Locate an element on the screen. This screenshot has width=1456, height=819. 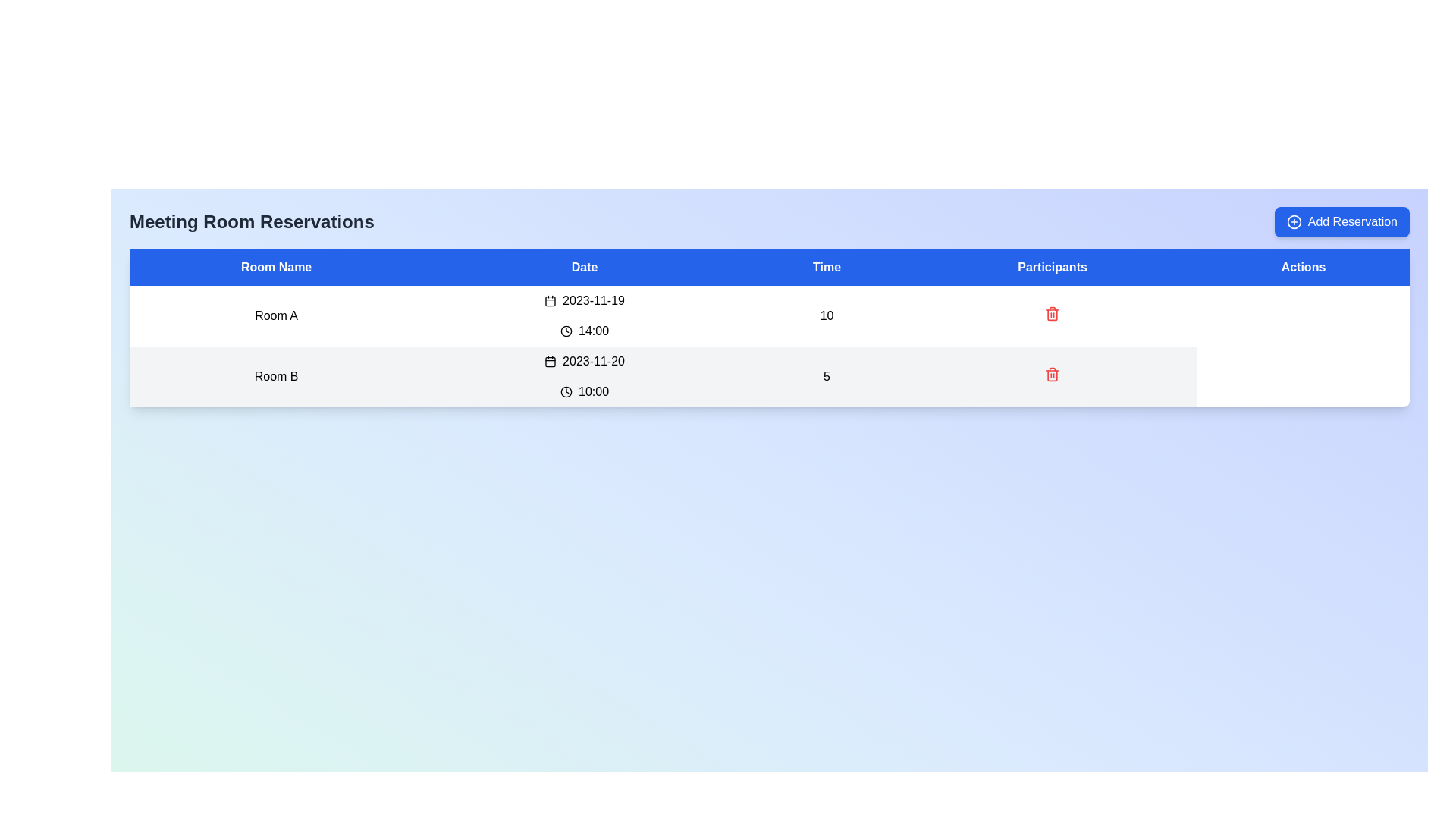
the time icon located to the left of the time text '14:00' in the Room A row of the table is located at coordinates (566, 330).